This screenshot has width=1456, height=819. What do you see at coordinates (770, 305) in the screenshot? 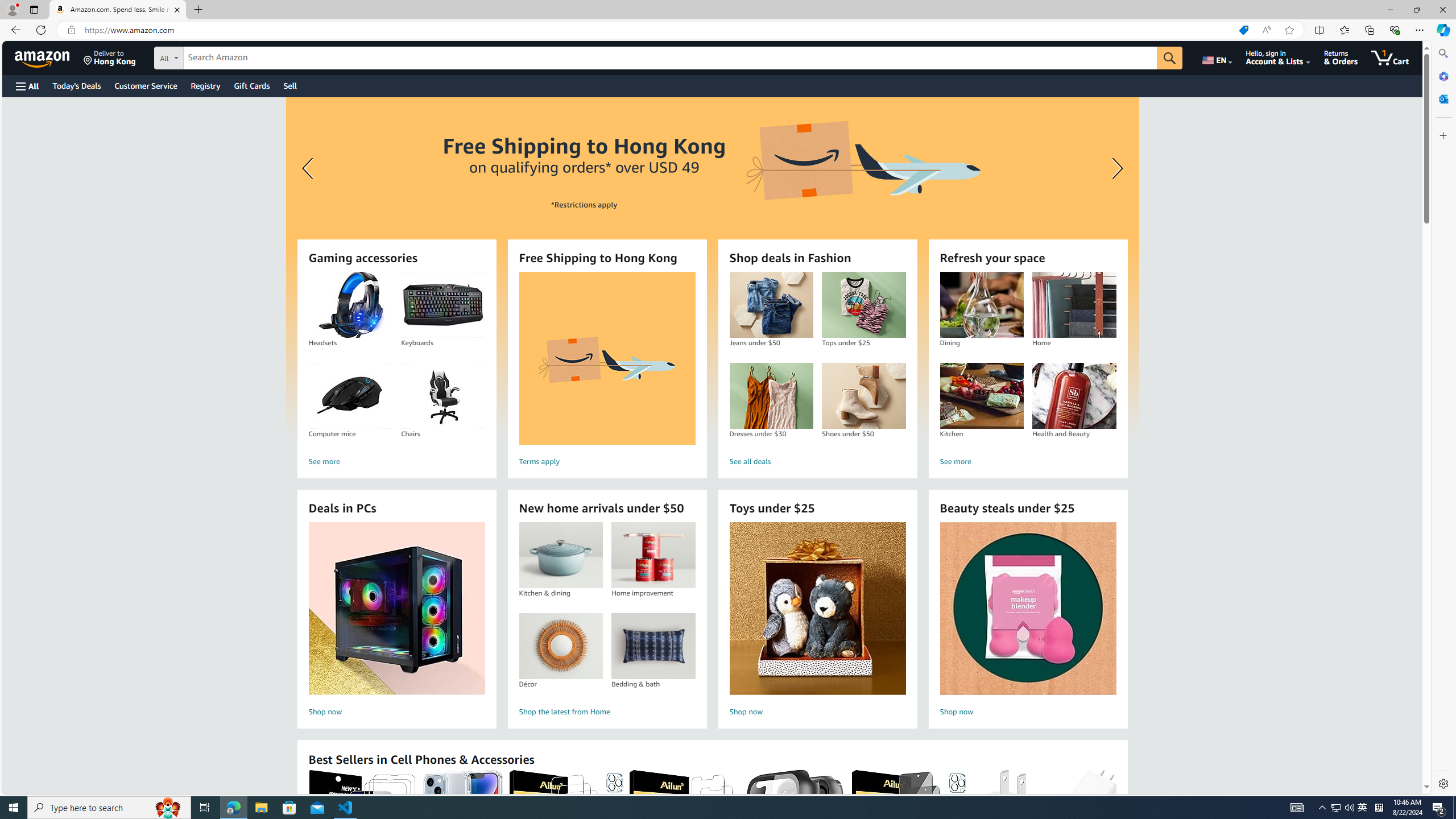
I see `'Jeans under $50'` at bounding box center [770, 305].